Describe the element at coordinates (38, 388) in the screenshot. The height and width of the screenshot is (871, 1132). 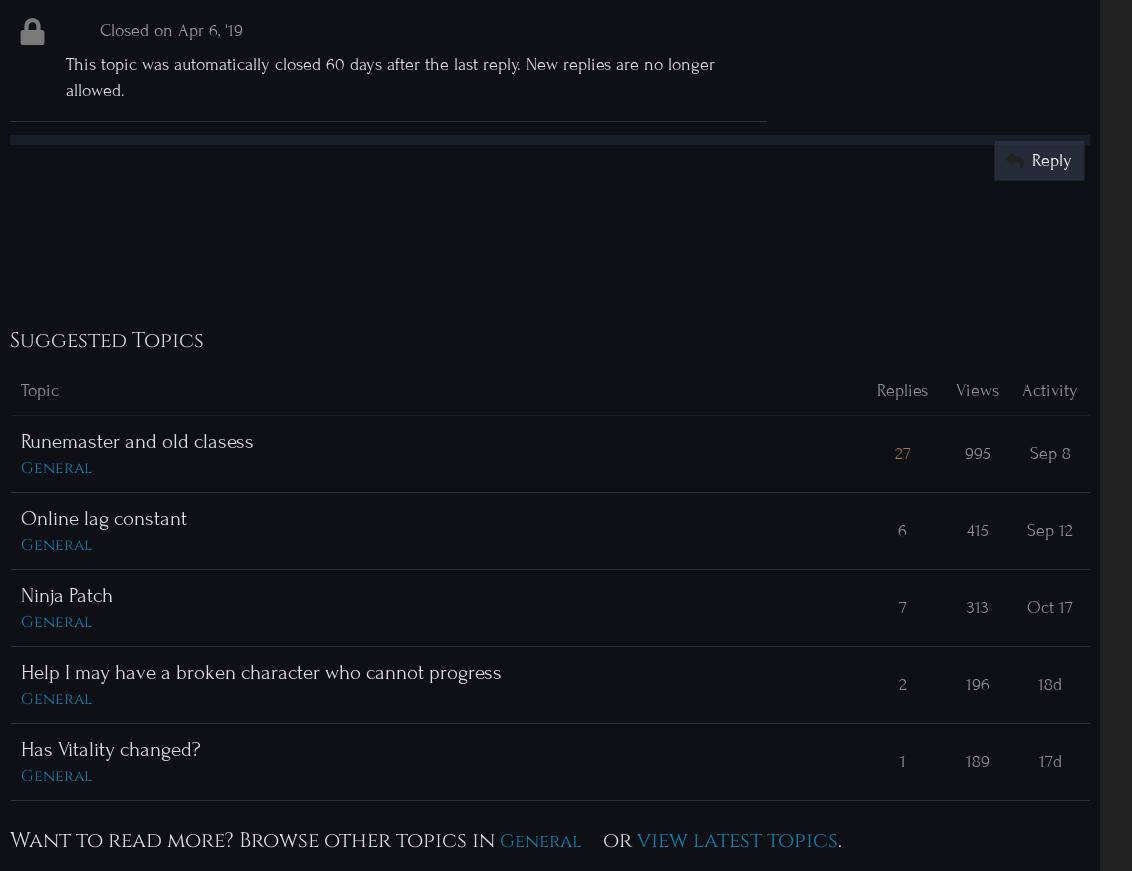
I see `'Topic'` at that location.